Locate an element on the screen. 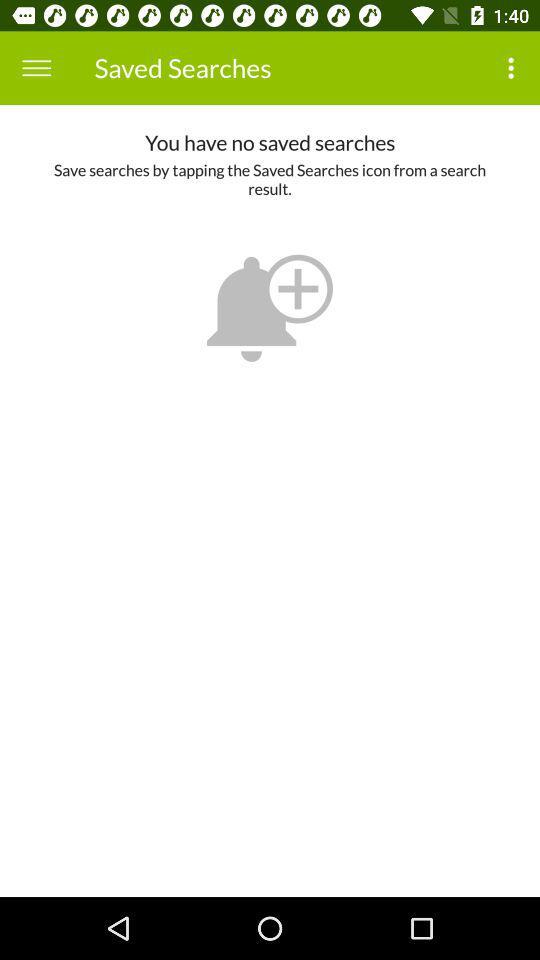 The width and height of the screenshot is (540, 960). the icon at the top left corner is located at coordinates (36, 68).